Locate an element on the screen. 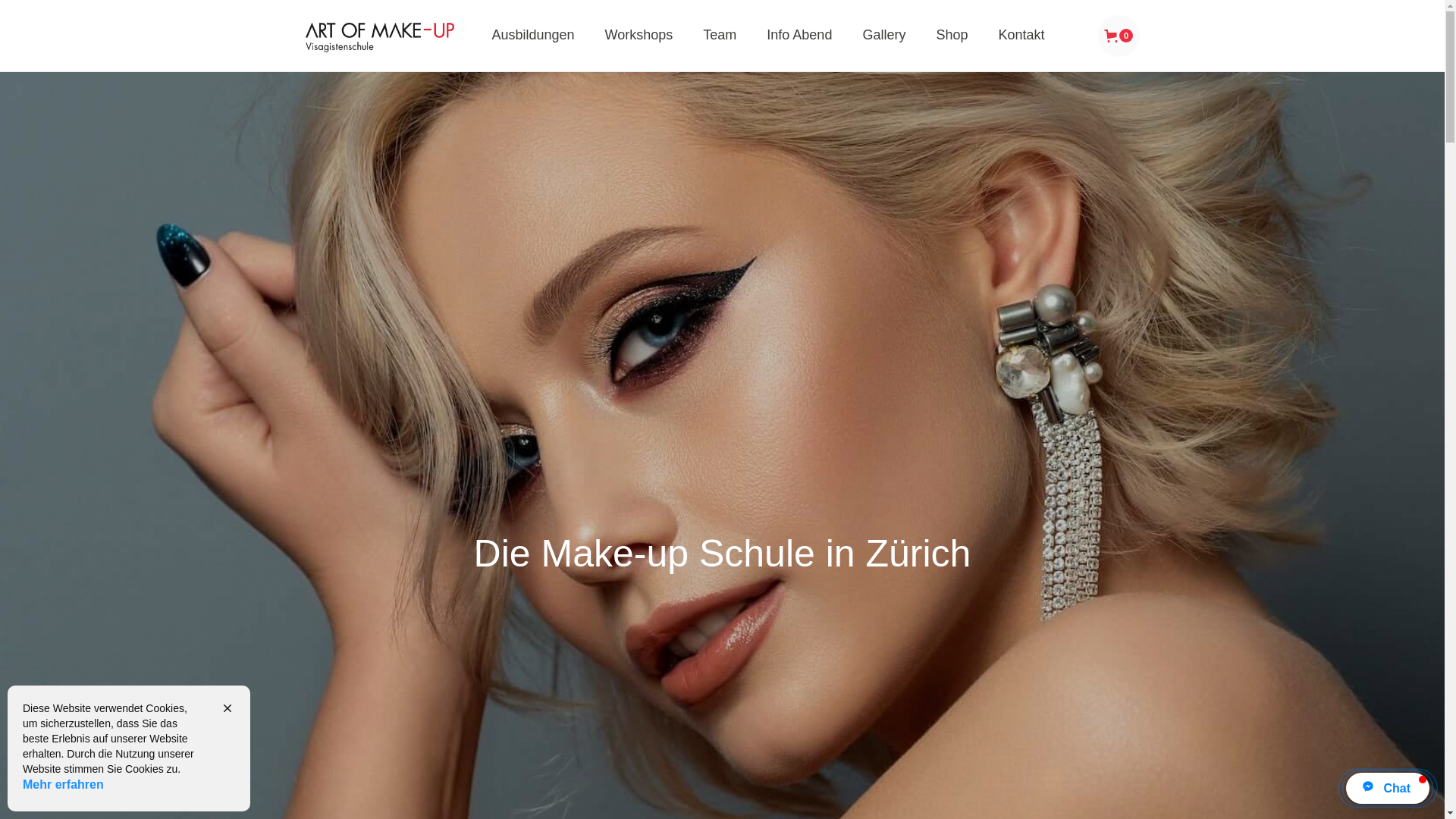  'Mehr erfahren' is located at coordinates (62, 784).